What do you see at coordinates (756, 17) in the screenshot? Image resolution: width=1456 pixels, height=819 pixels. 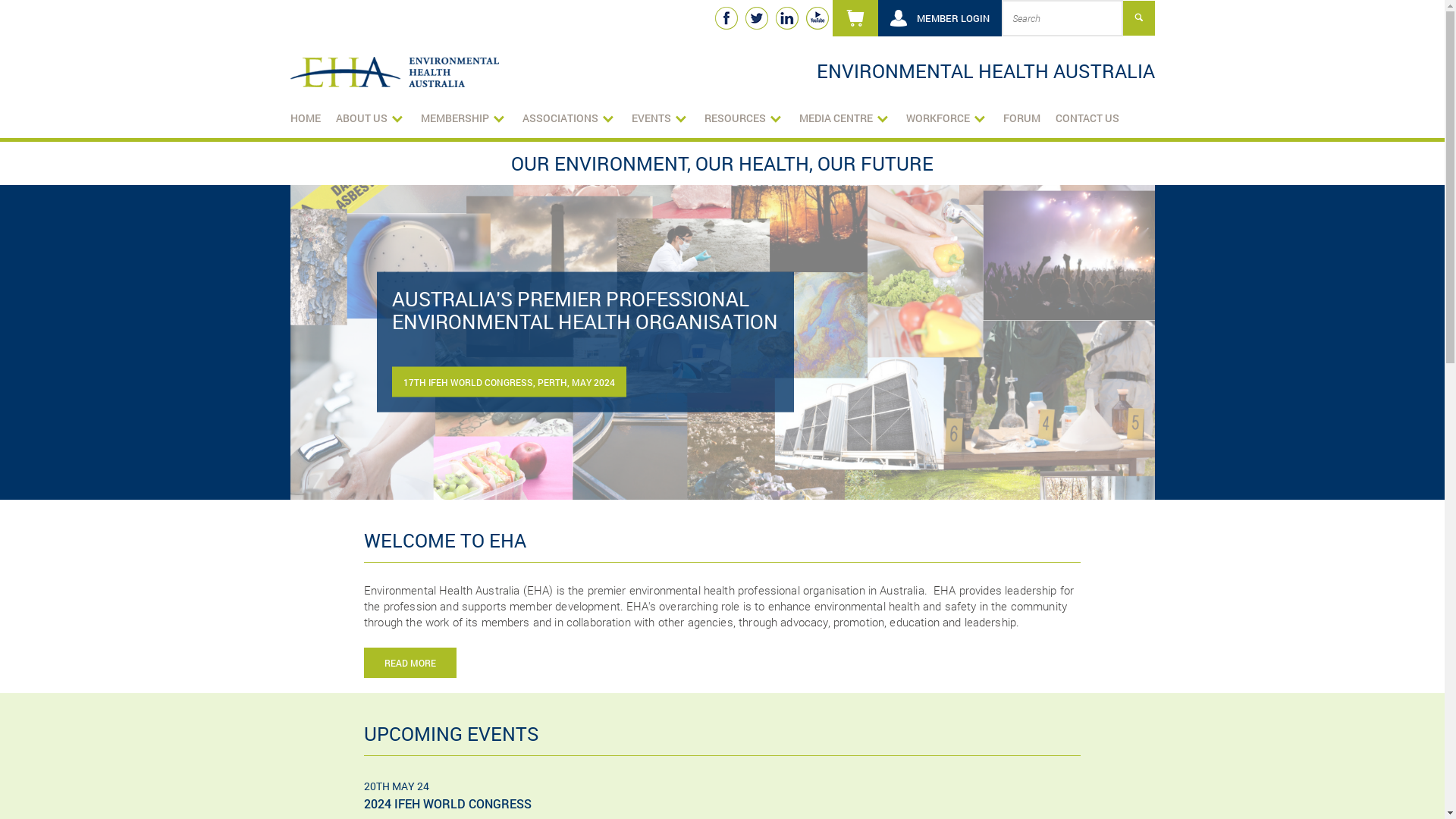 I see `'Twitter'` at bounding box center [756, 17].